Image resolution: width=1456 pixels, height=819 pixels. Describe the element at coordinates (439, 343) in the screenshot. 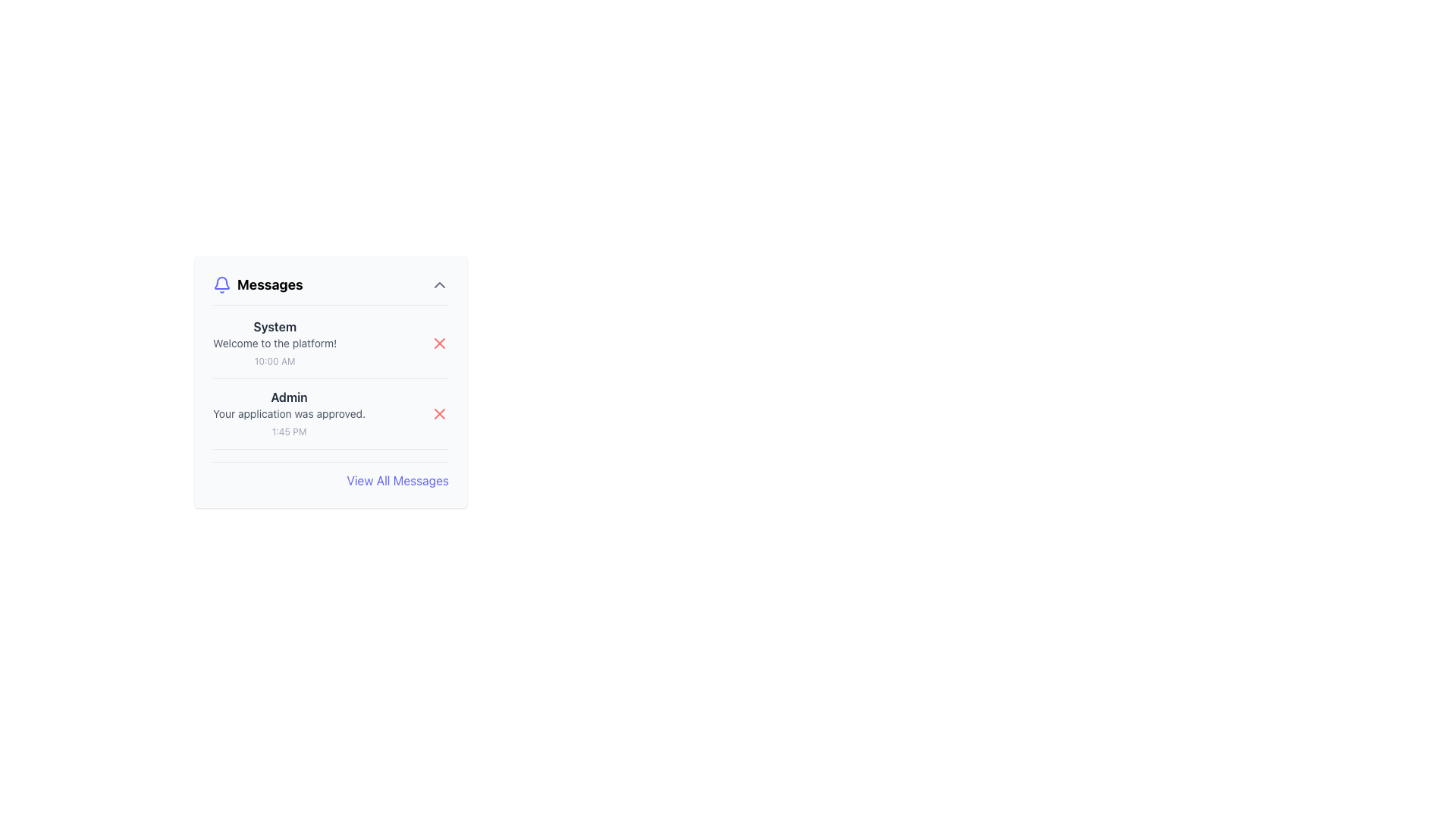

I see `the delete button located to the right of the 'System' label in the message list` at that location.